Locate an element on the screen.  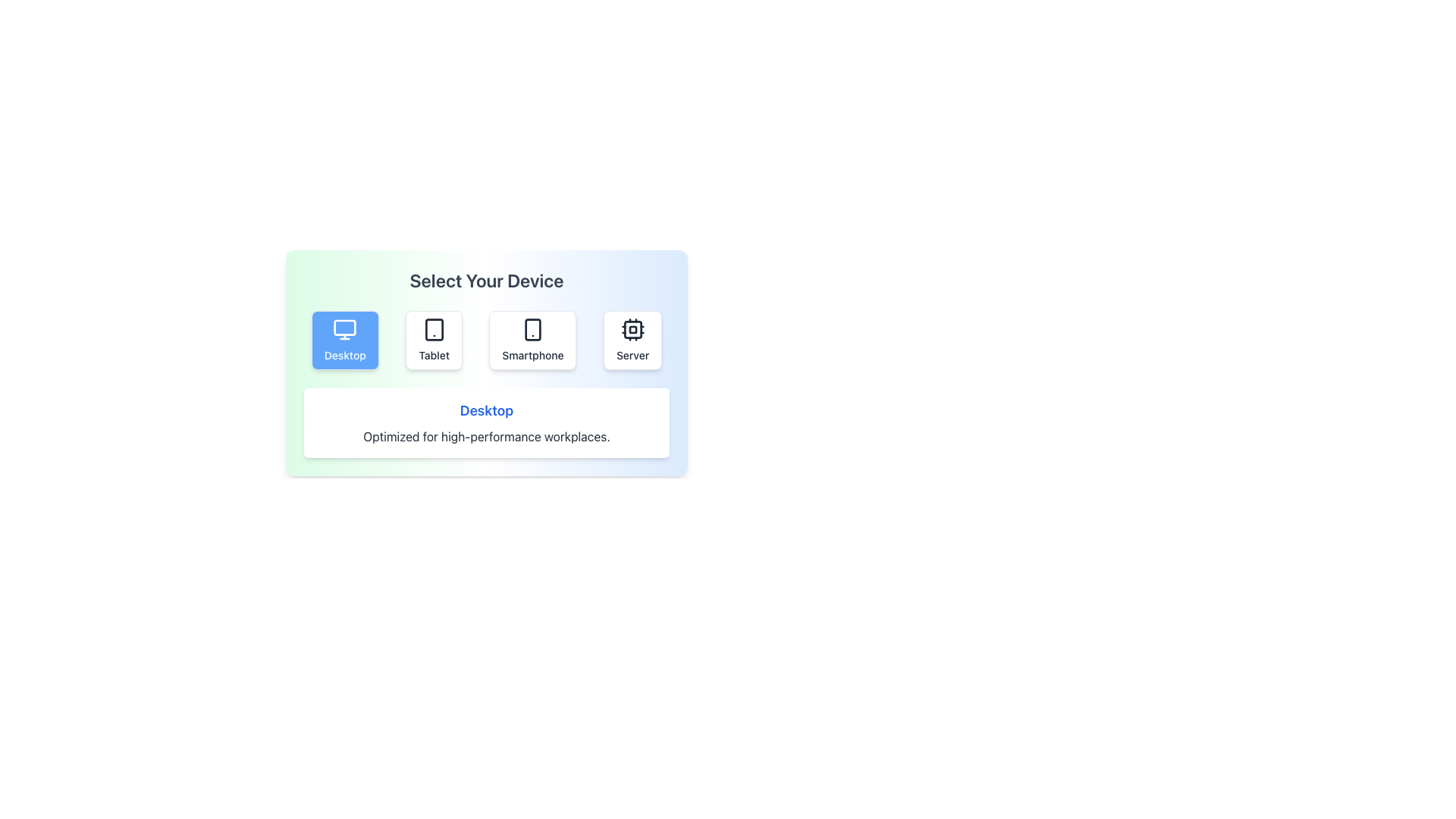
the outermost square of the CPU-like icon in the 'Select Your Device' interface, which visually enhances the 'Server' selection option is located at coordinates (632, 329).